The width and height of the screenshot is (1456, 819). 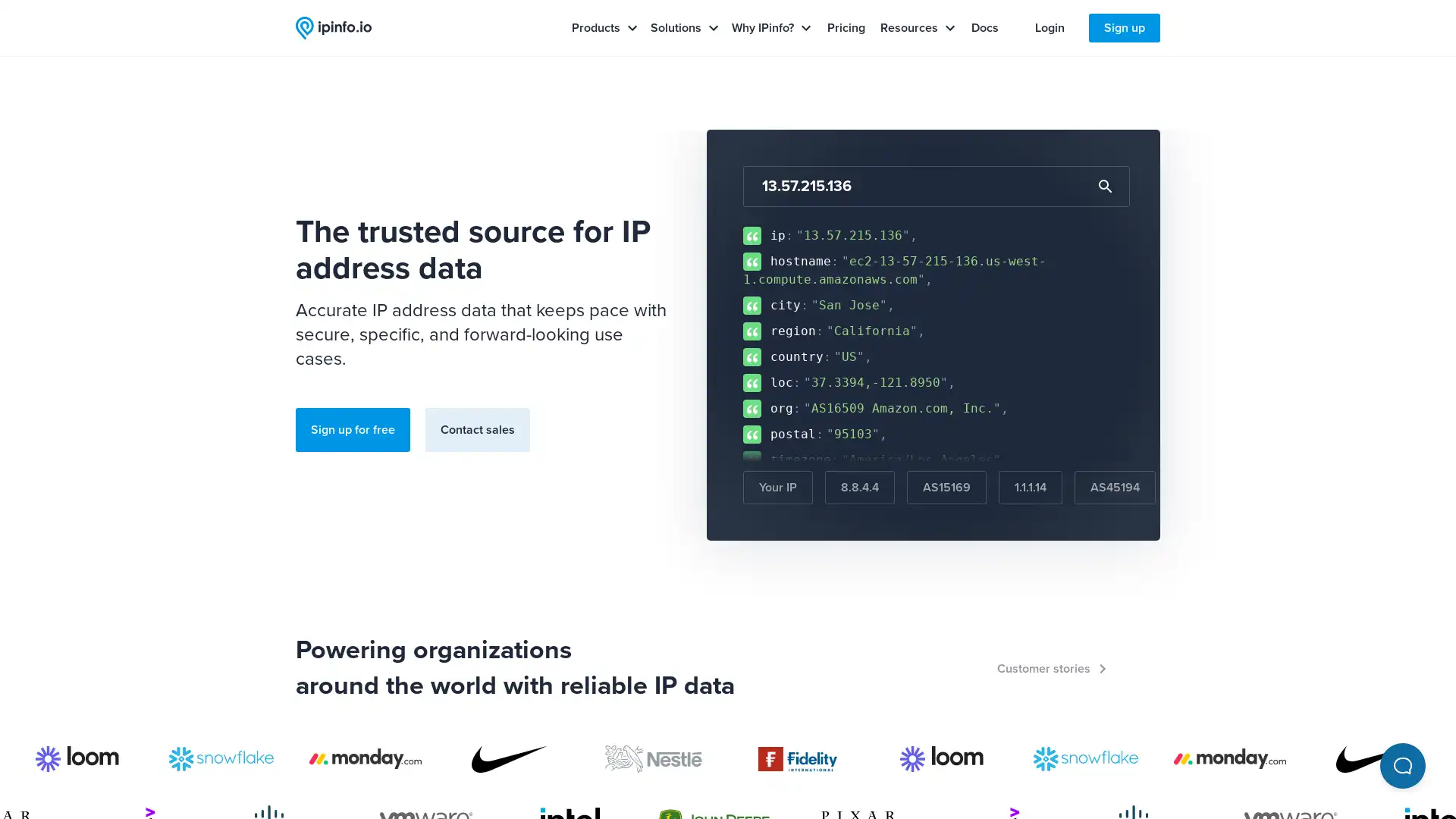 What do you see at coordinates (778, 488) in the screenshot?
I see `Your IP` at bounding box center [778, 488].